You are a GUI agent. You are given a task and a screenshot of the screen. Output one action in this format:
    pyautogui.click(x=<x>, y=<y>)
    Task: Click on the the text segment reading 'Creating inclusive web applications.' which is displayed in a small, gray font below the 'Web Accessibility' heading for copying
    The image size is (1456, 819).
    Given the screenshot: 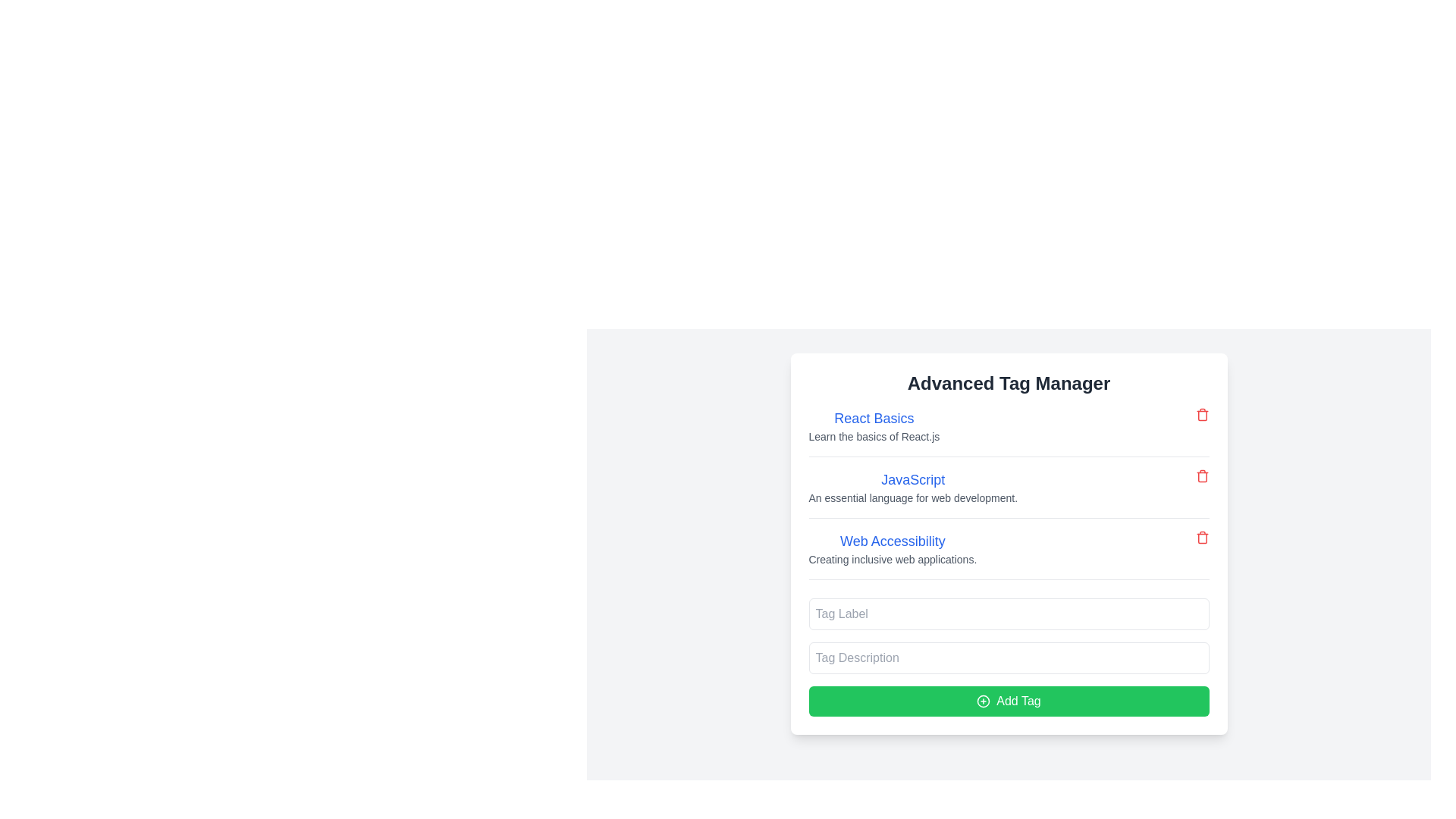 What is the action you would take?
    pyautogui.click(x=893, y=559)
    